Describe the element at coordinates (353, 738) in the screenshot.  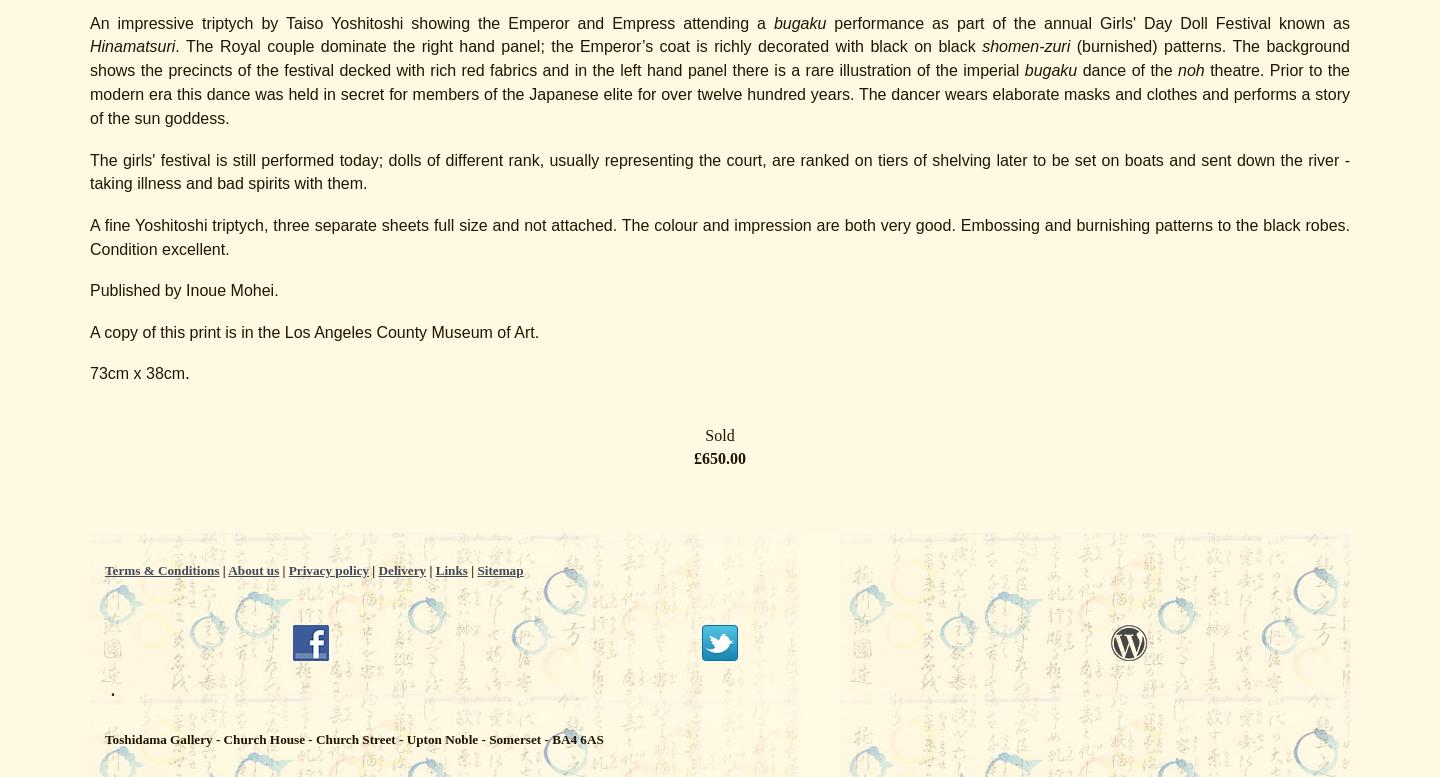
I see `'Toshidama Gallery - Church House - Church Street - Upton Noble - Somerset - BA4 6AS'` at that location.